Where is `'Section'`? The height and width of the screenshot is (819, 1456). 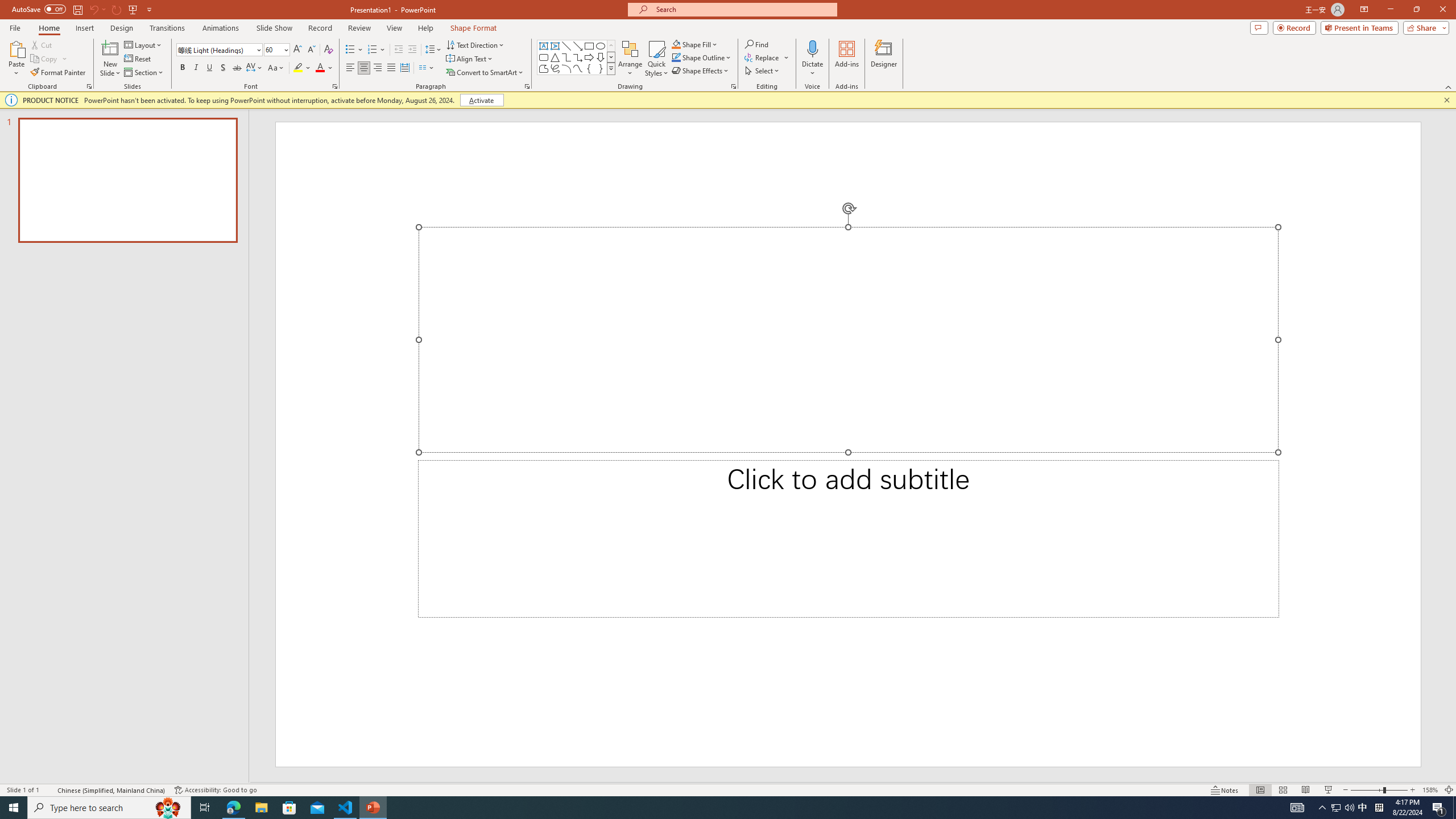
'Section' is located at coordinates (144, 72).